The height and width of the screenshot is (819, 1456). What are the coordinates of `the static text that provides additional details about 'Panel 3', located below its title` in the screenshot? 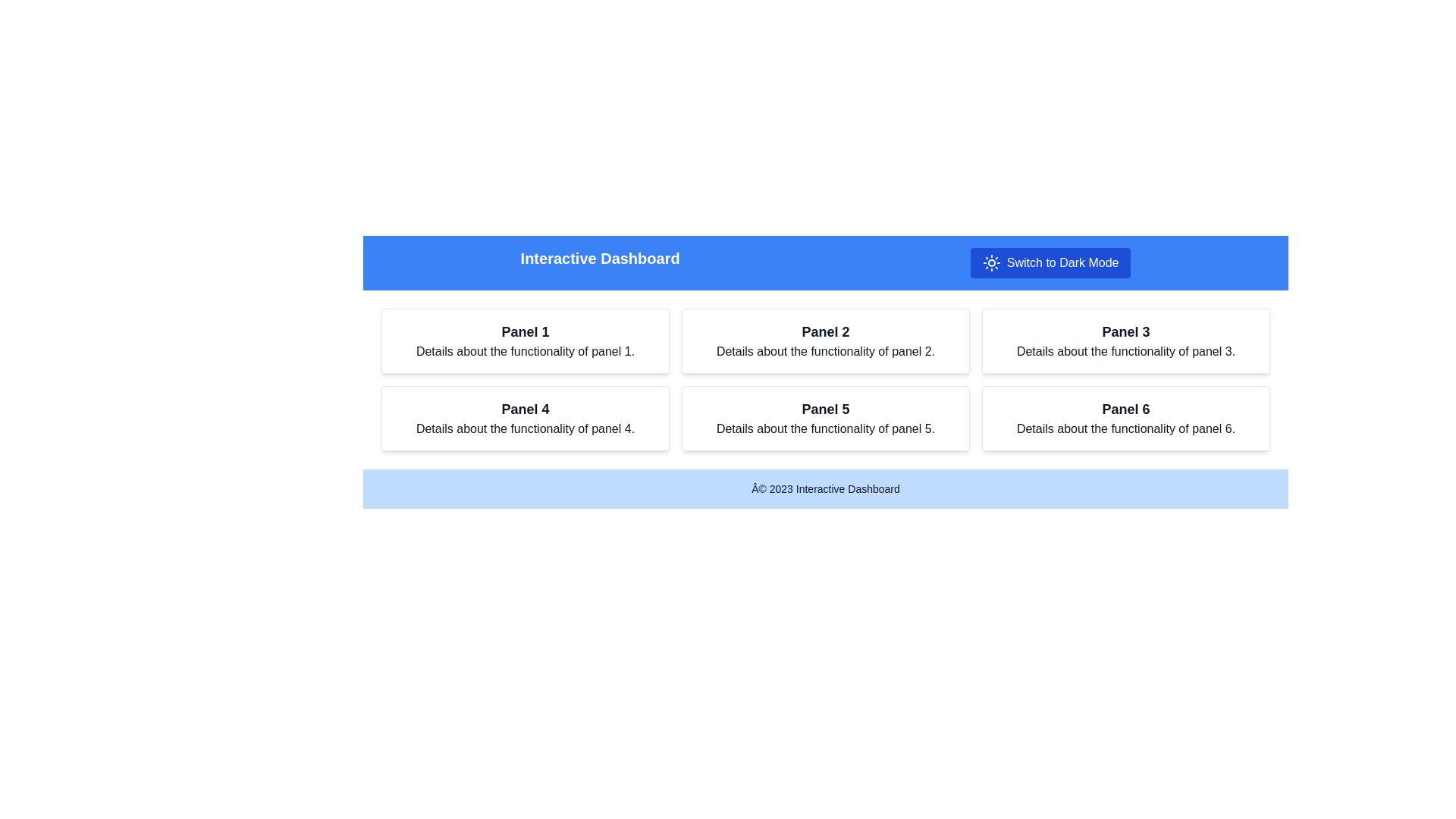 It's located at (1125, 351).